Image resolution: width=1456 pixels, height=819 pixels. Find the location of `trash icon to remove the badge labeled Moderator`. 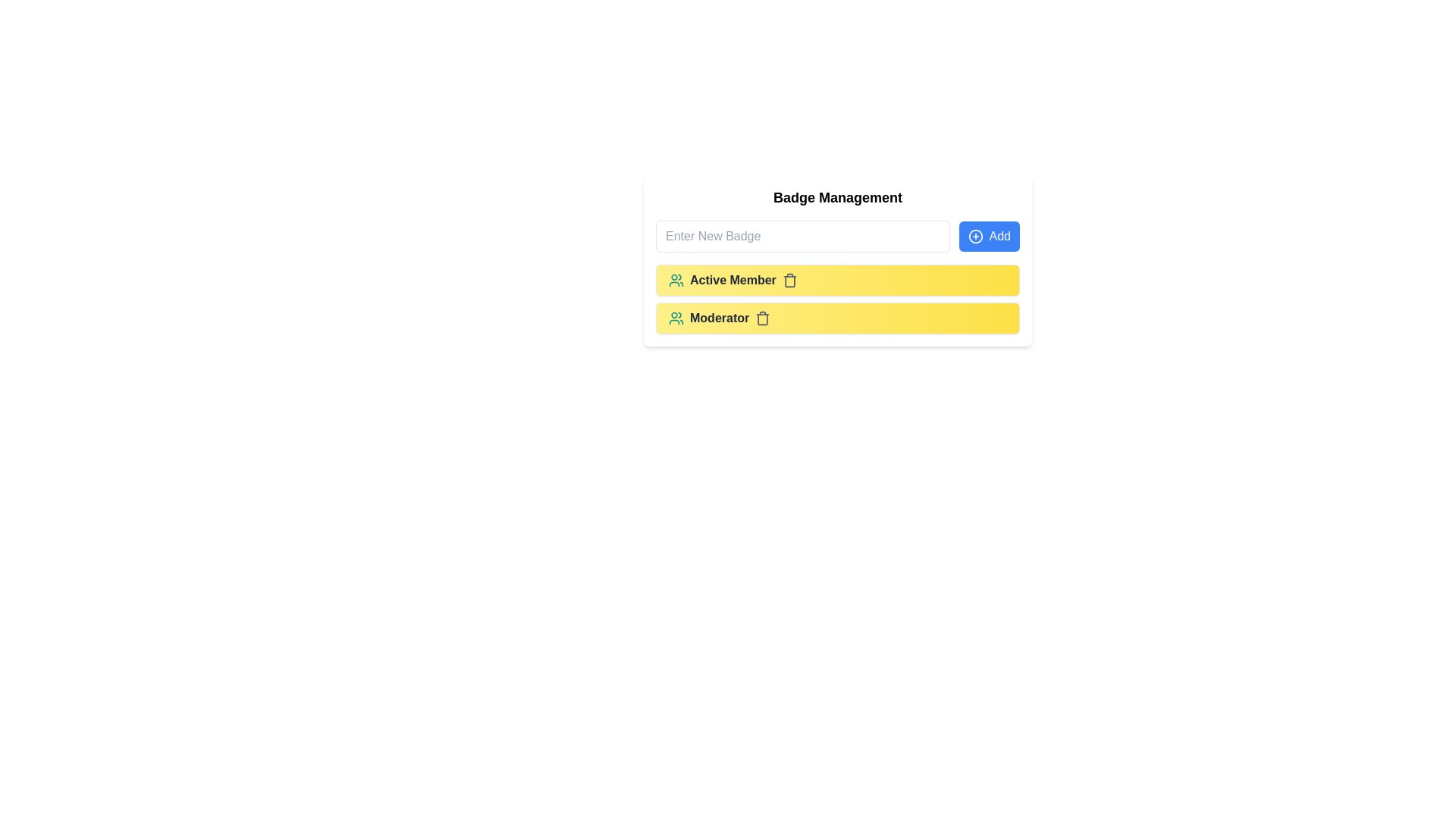

trash icon to remove the badge labeled Moderator is located at coordinates (763, 318).